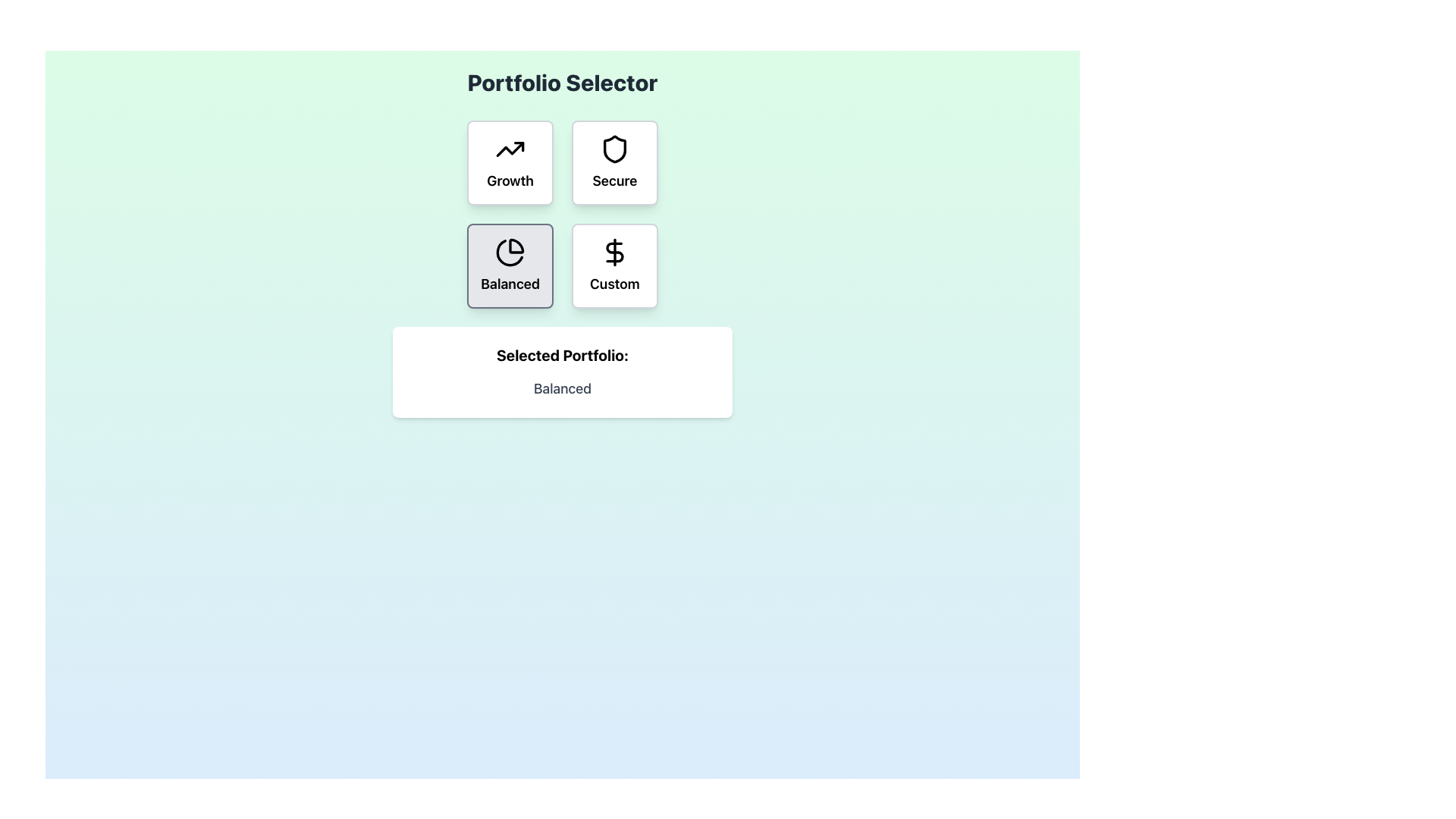 The image size is (1456, 819). What do you see at coordinates (510, 180) in the screenshot?
I see `the label element with the text 'Growth', which is styled with a bold font and located in the top-left quadrant of a grid layout, above the 'Balanced' card and left of the 'Secure' card` at bounding box center [510, 180].